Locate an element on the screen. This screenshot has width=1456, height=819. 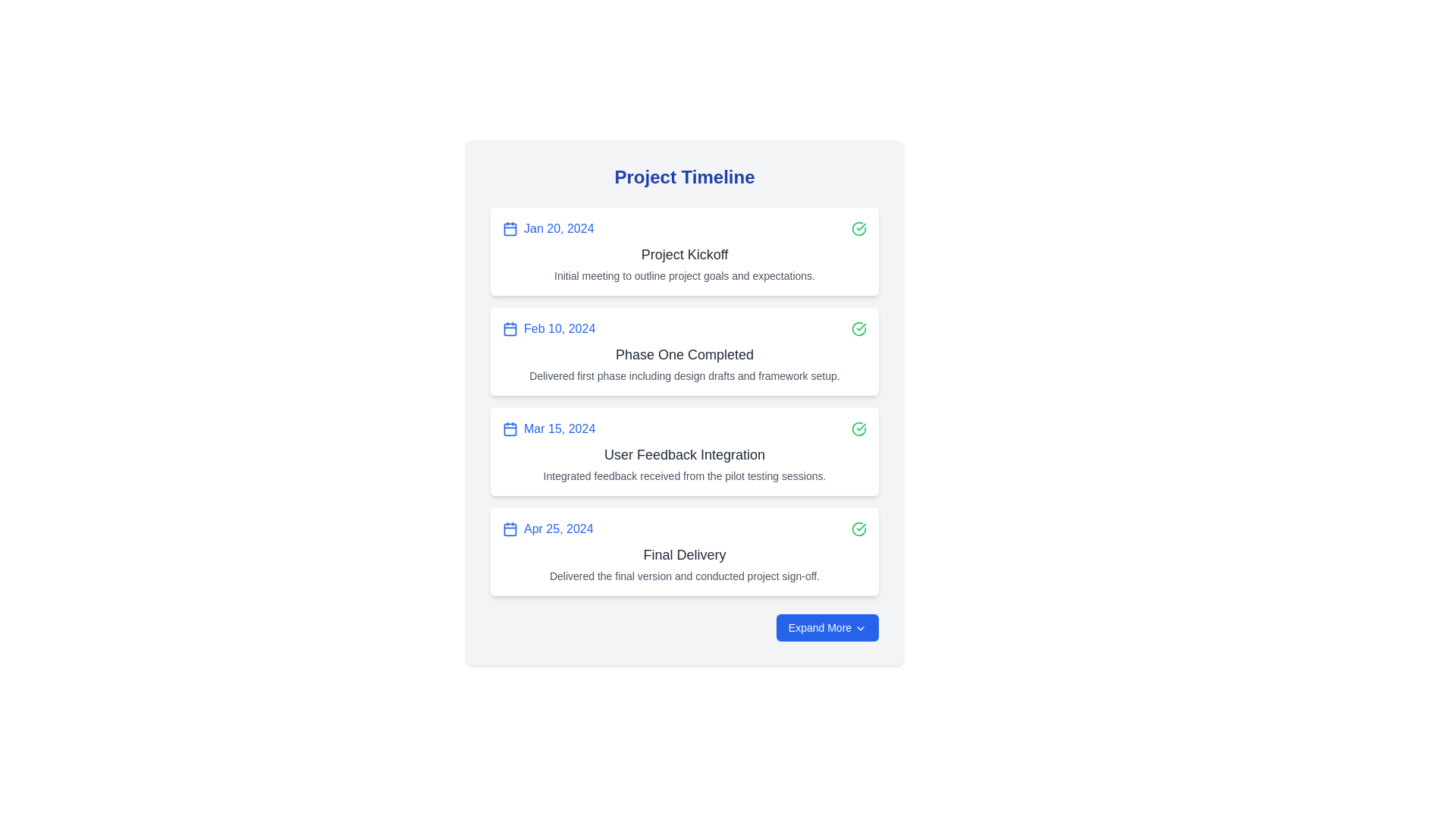
text element containing 'Delivered first phase including design drafts and framework setup.' located in the second section of the vertical timeline, which is centered horizontally in the right-aligned area of the timeline entry box is located at coordinates (683, 375).